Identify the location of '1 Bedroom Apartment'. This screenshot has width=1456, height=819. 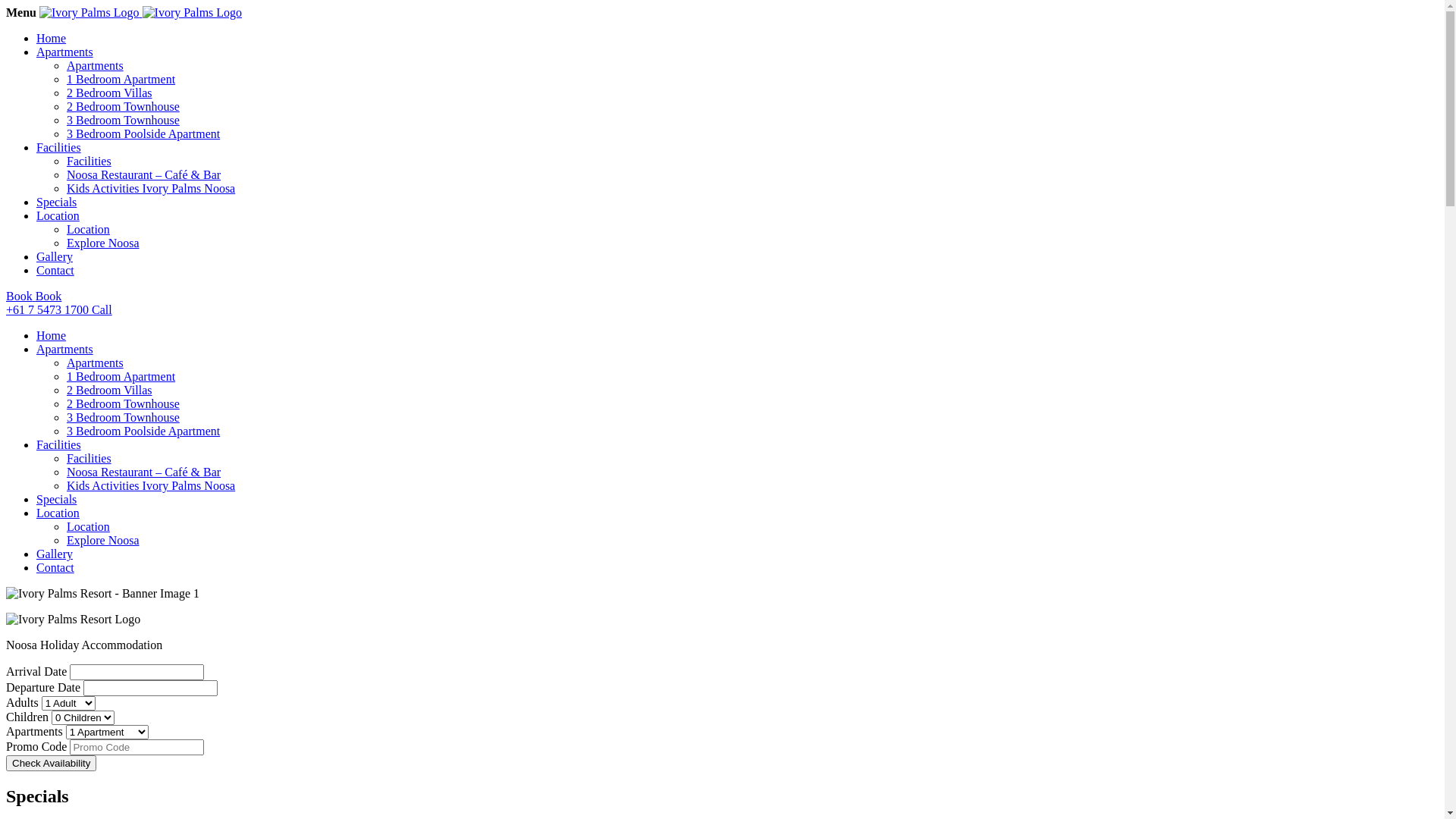
(120, 79).